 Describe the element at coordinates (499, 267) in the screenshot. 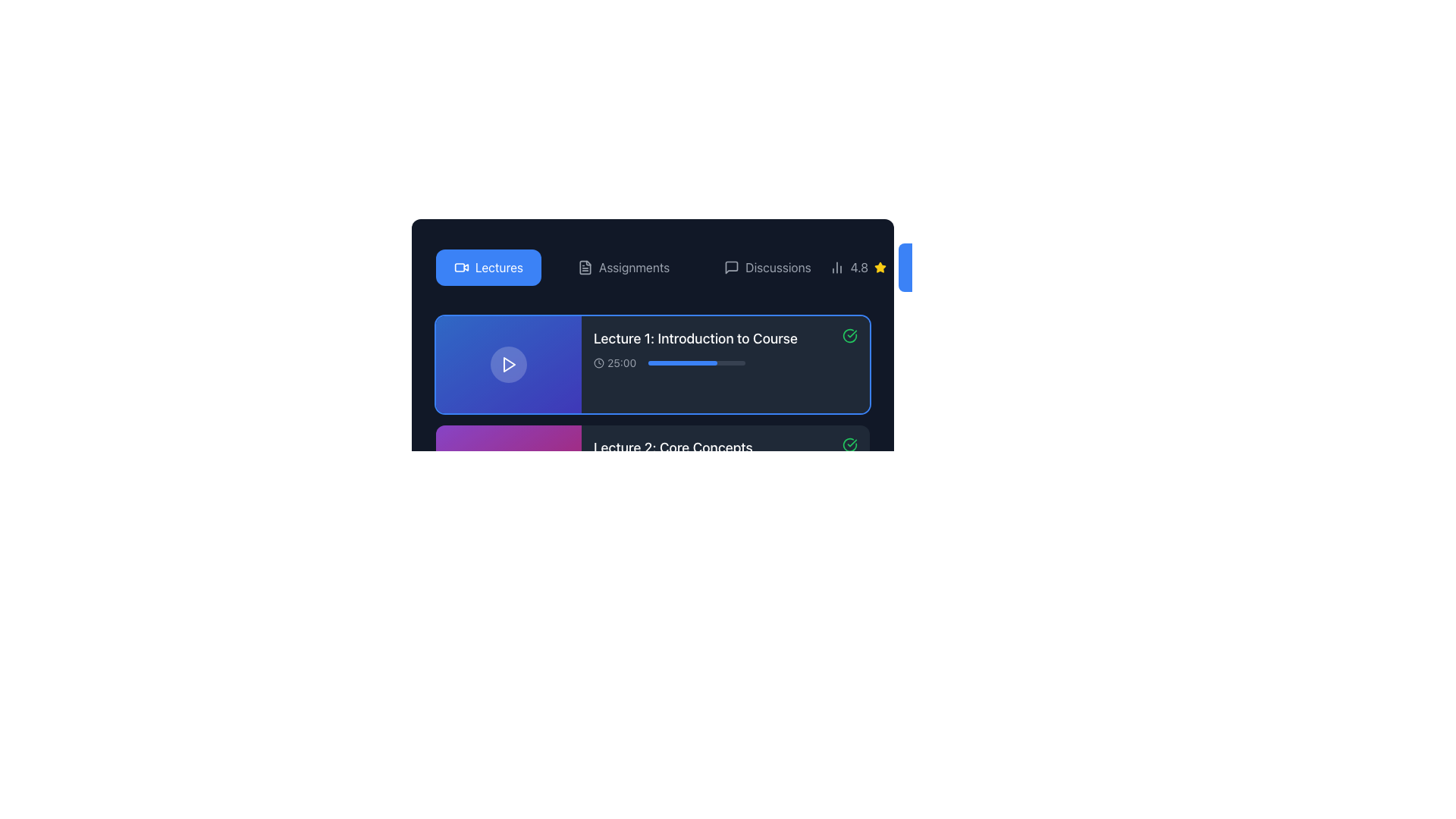

I see `the 'Lectures' text label, which is part of a vibrant blue button` at that location.